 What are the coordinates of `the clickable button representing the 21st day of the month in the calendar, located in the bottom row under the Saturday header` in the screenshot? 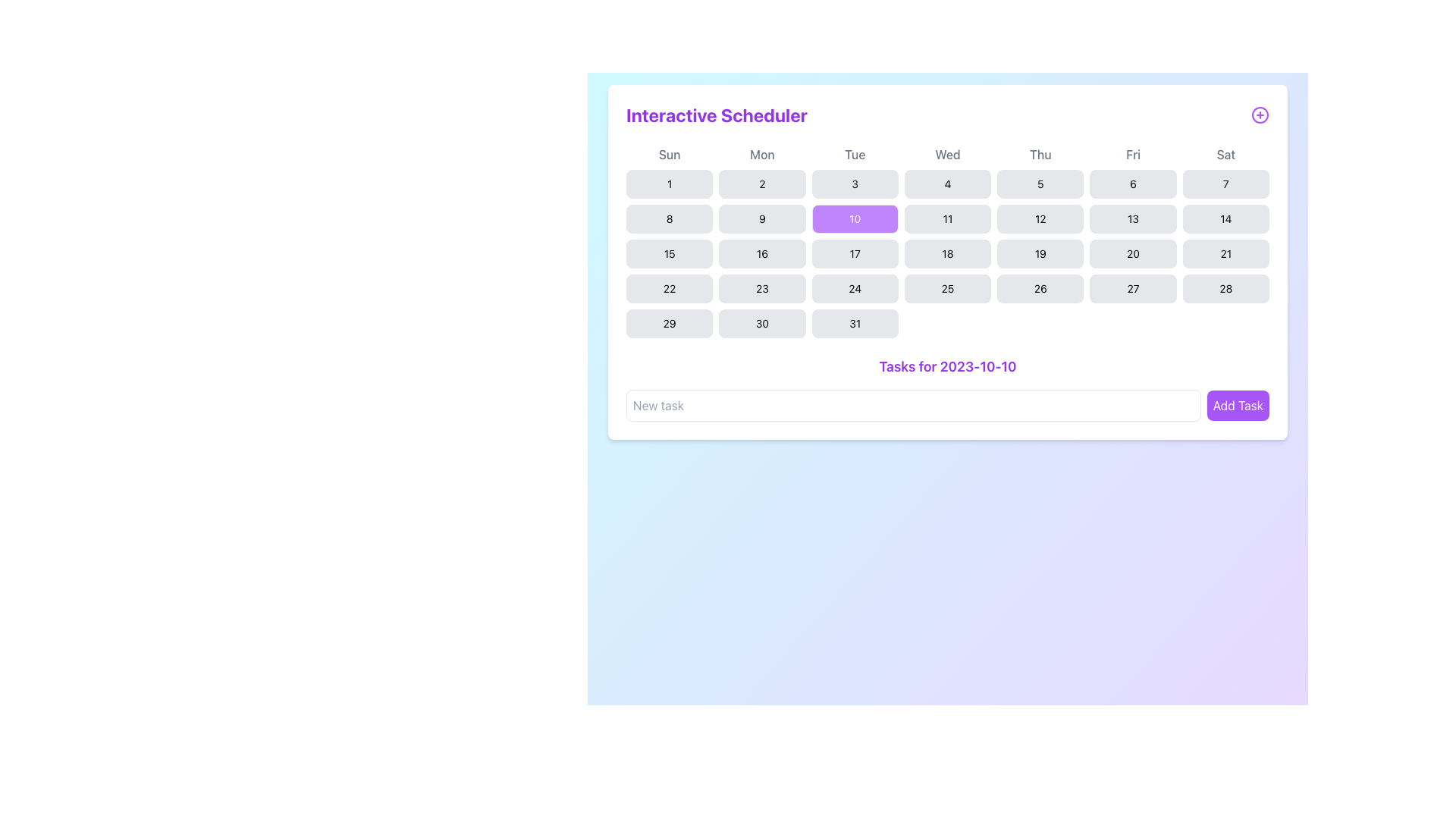 It's located at (1225, 253).